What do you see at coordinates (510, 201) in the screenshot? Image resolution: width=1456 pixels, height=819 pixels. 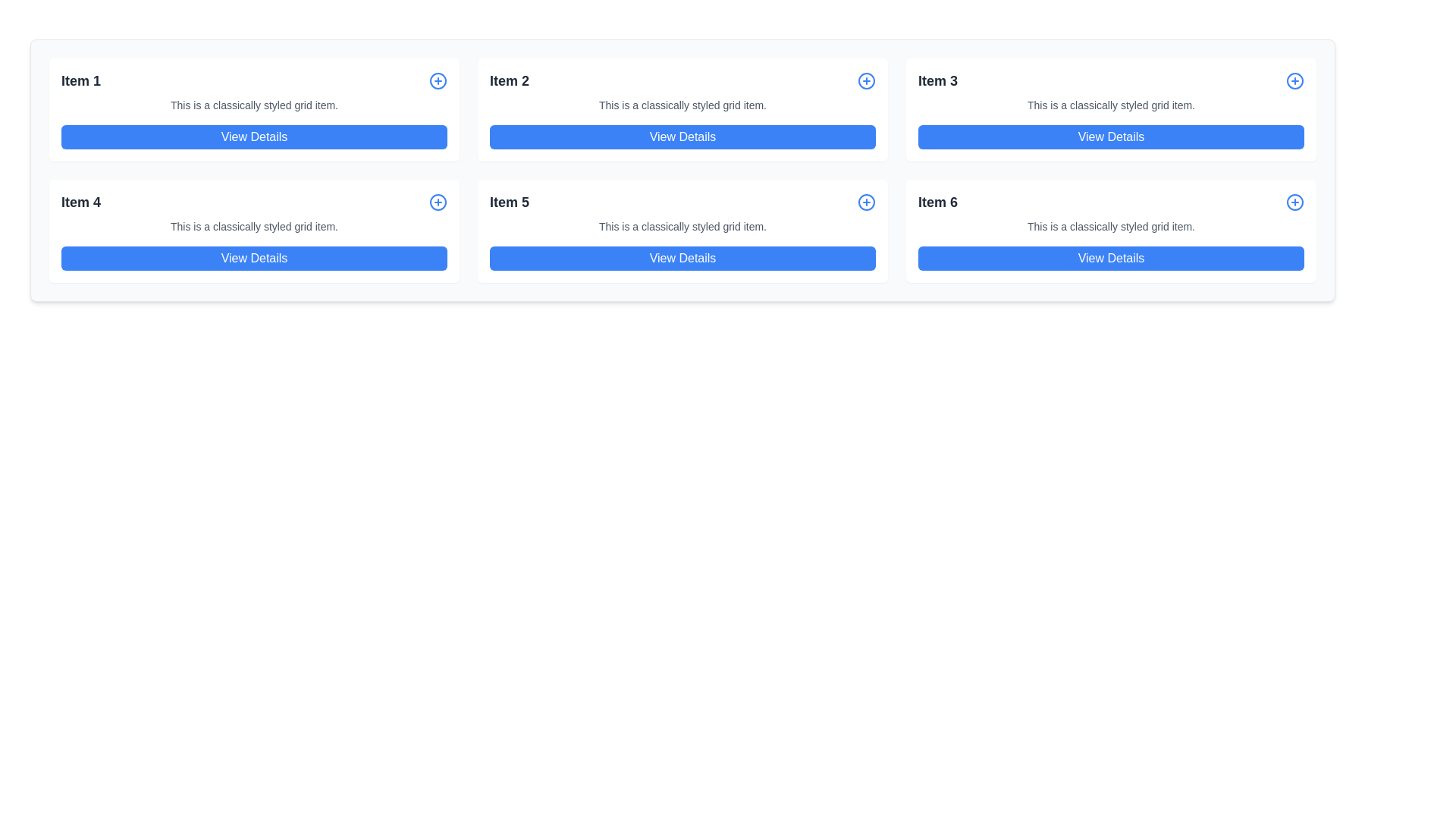 I see `the text label displaying 'Item 5', which is bold and dark gray, located at the top-left corner of the fifth card in the grid layout` at bounding box center [510, 201].